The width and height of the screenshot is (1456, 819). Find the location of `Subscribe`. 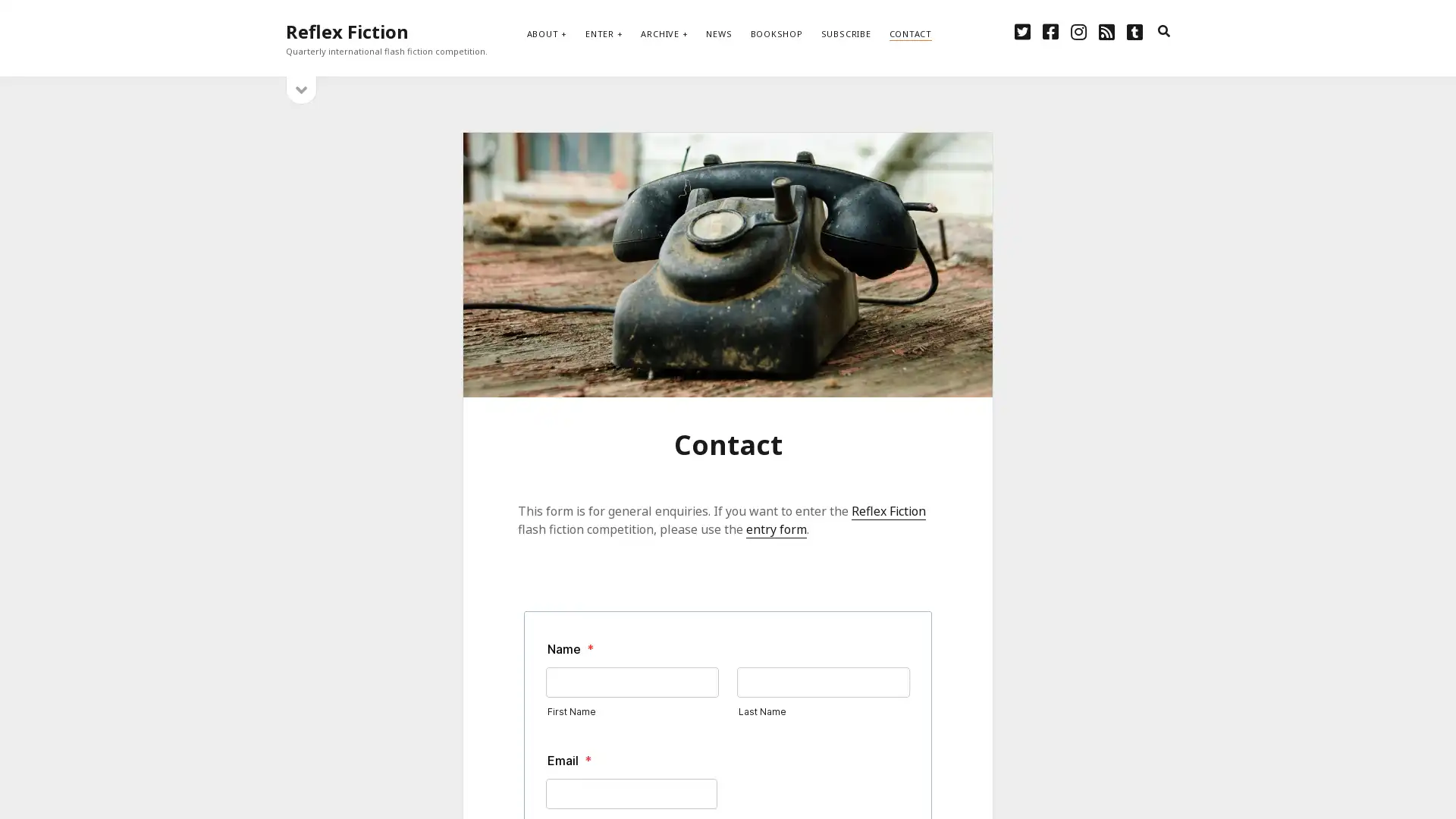

Subscribe is located at coordinates (915, 175).